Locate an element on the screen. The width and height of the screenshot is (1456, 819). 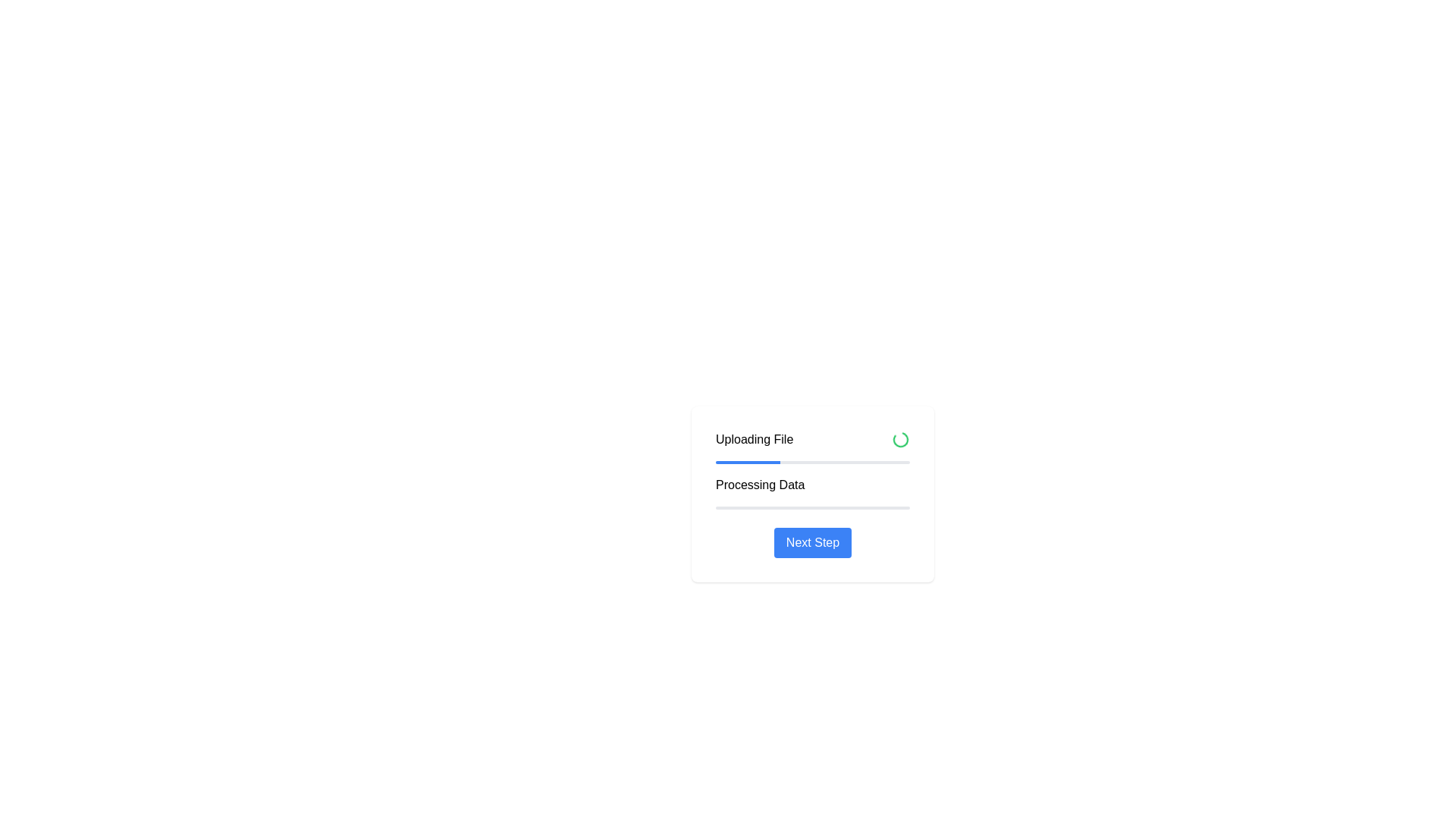
the progress bar is located at coordinates (739, 461).